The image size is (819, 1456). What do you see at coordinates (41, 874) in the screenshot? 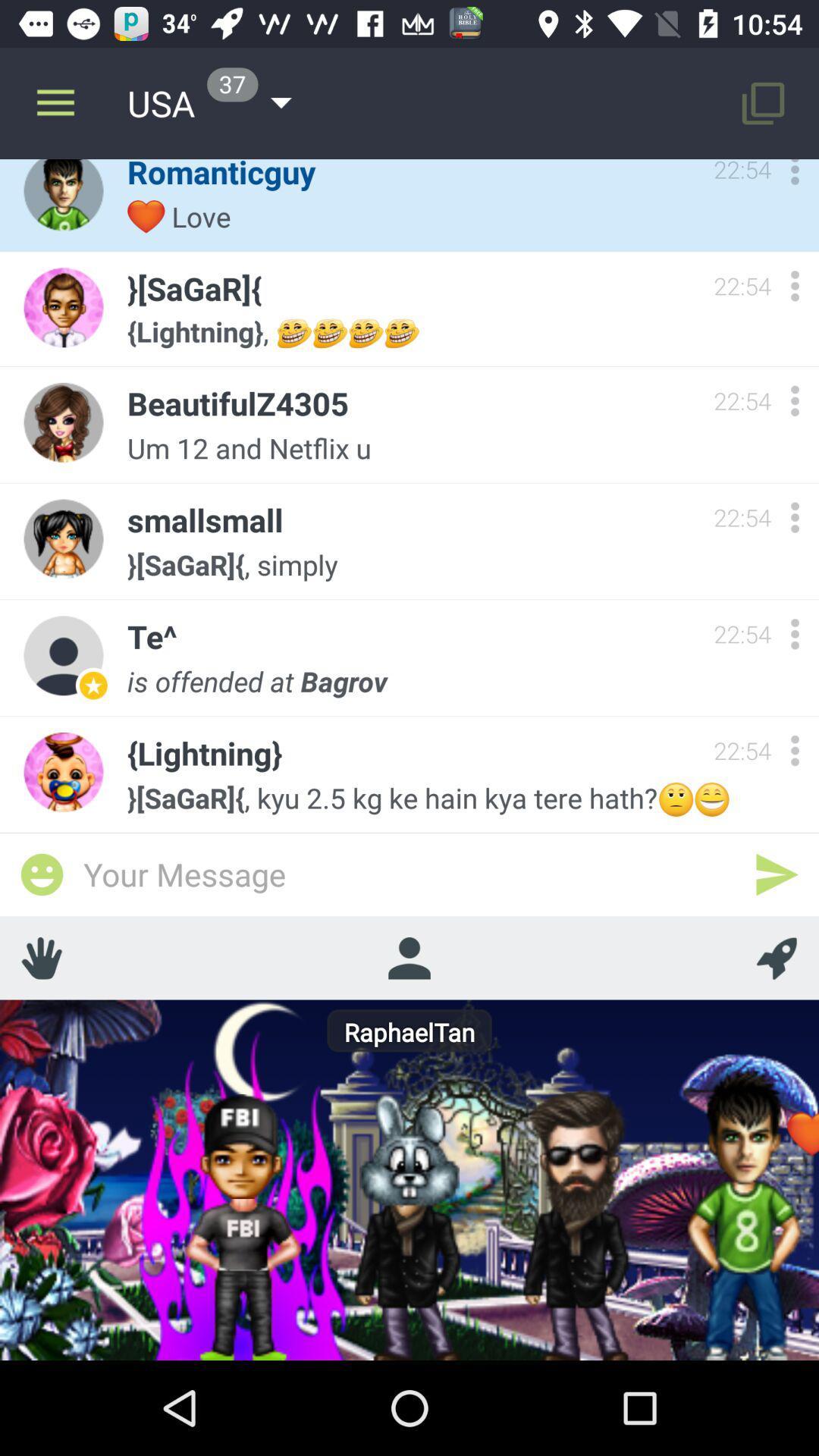
I see `share the article` at bounding box center [41, 874].